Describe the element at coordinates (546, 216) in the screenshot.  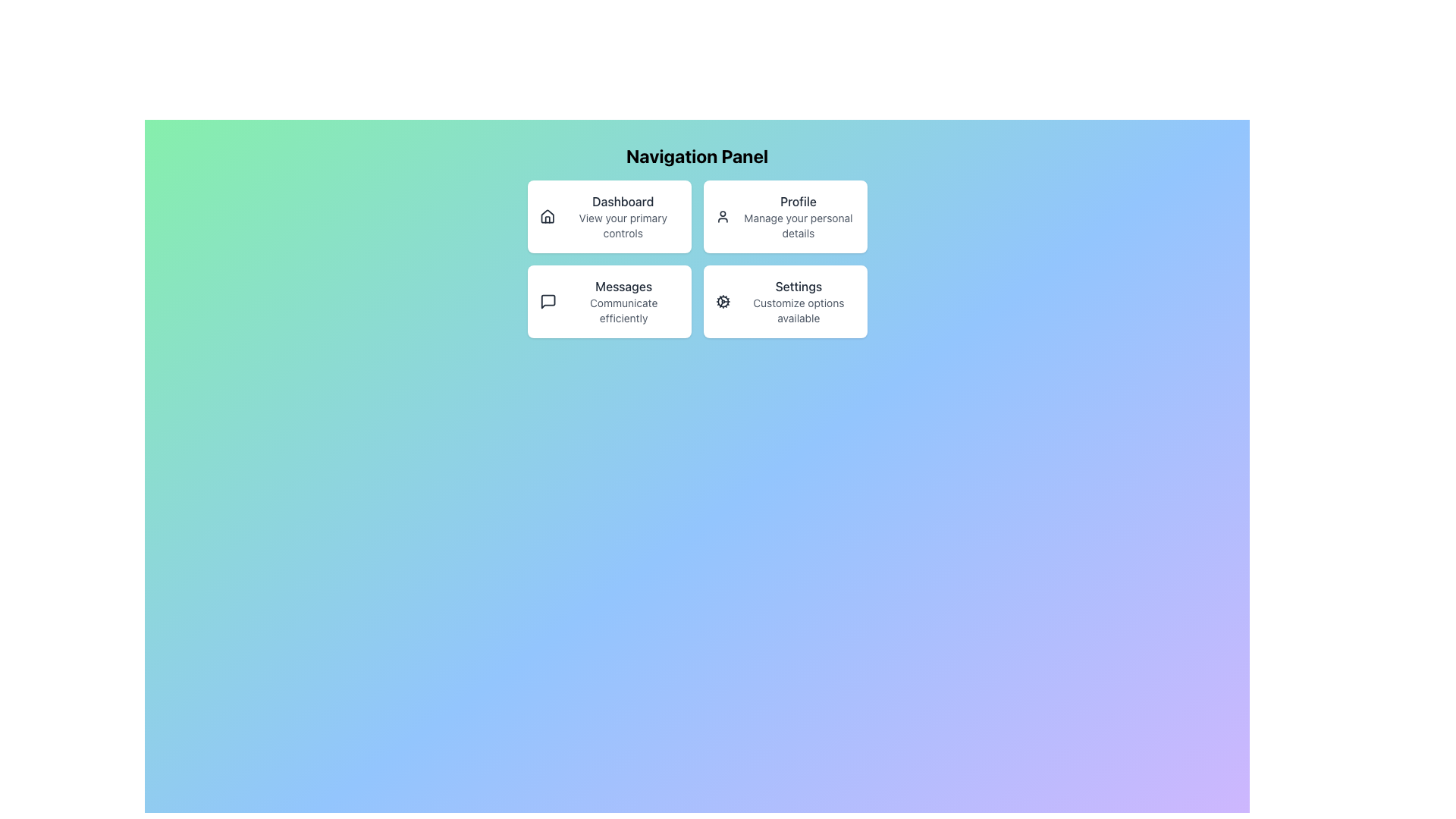
I see `the black house-shaped icon located in the navigation panel next to the 'Dashboard' label` at that location.